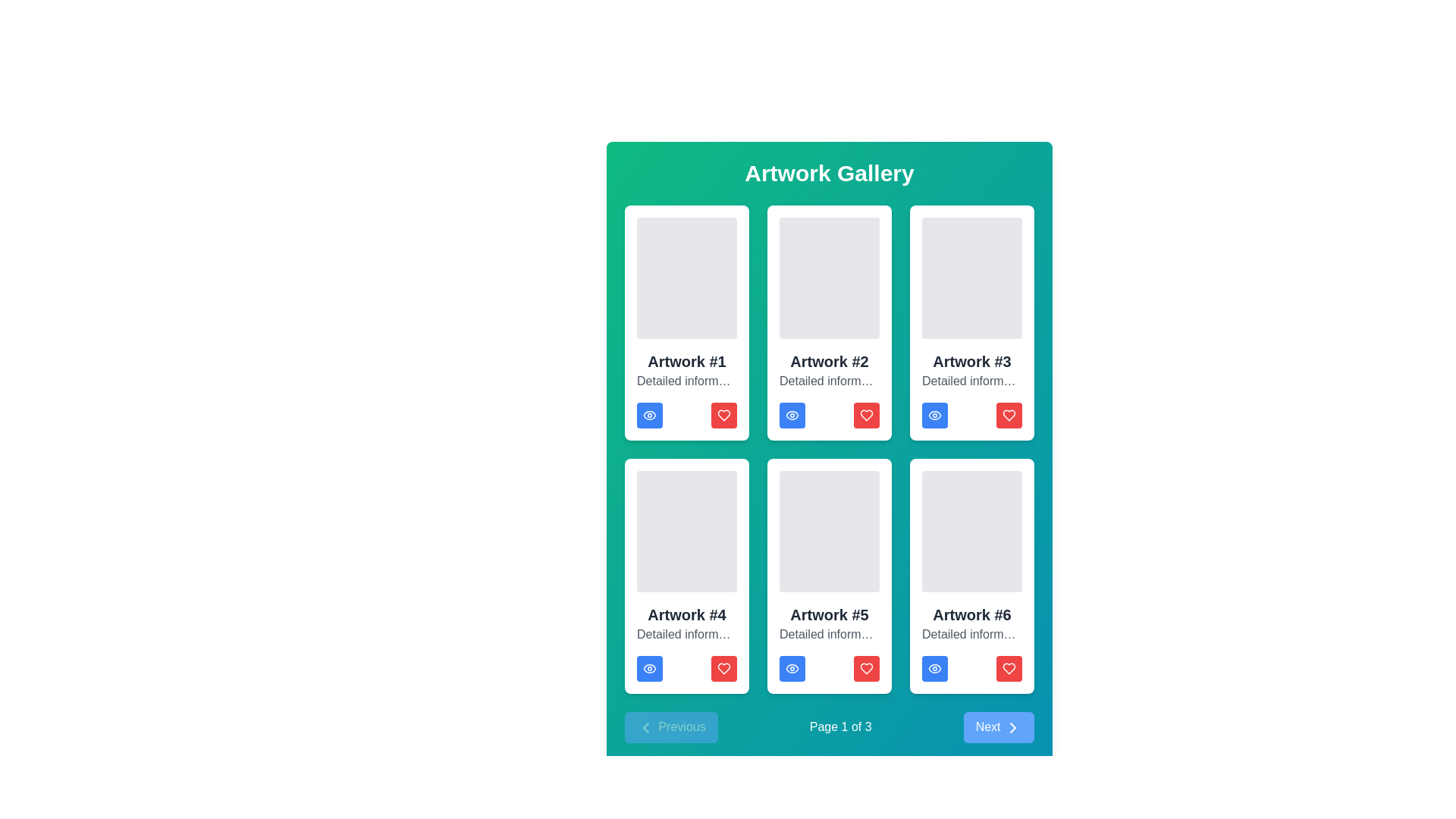  I want to click on the eye icon part within the 'Artwork #6' card, so click(934, 668).